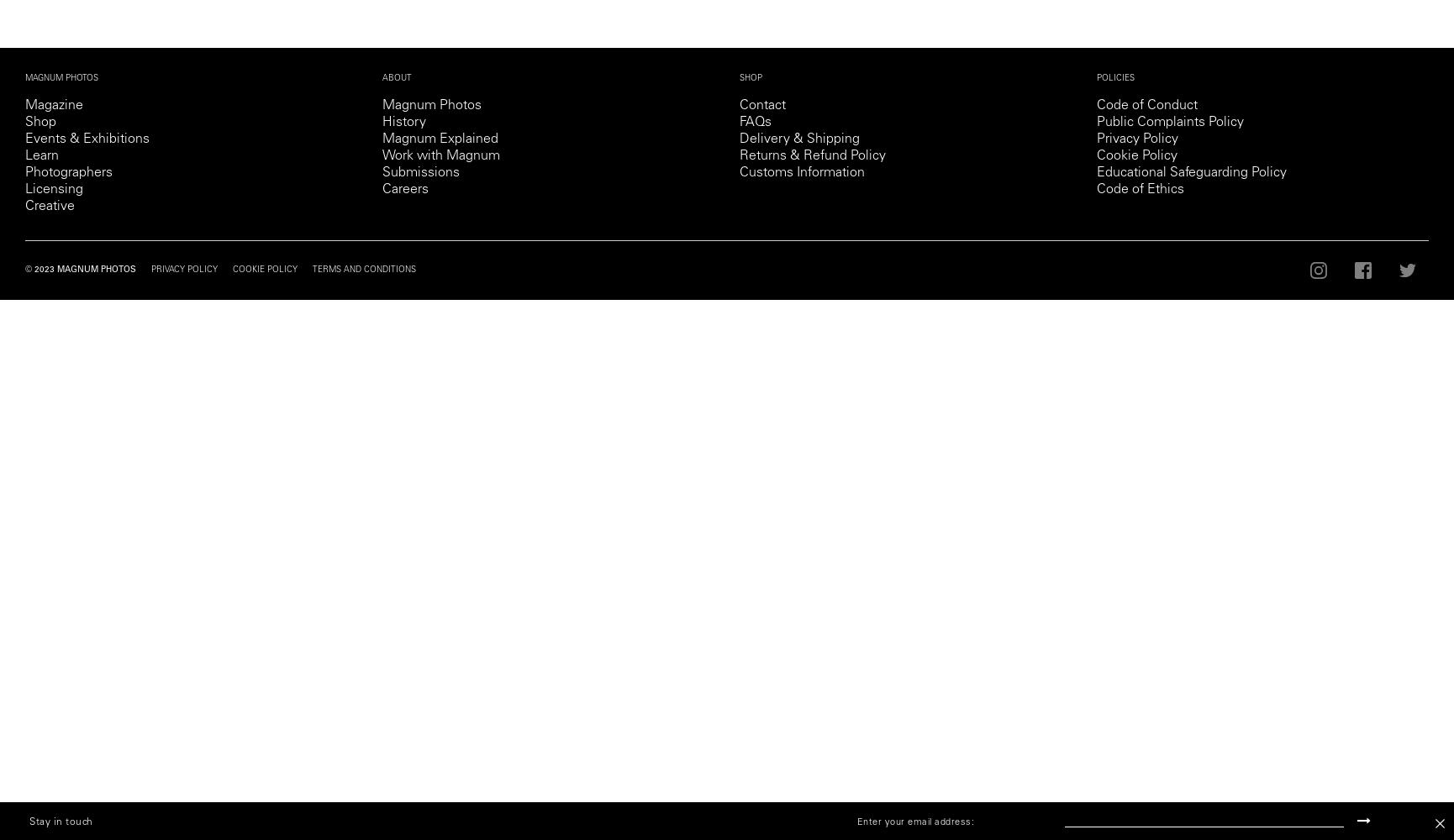  Describe the element at coordinates (1169, 123) in the screenshot. I see `'Public Complaints Policy'` at that location.